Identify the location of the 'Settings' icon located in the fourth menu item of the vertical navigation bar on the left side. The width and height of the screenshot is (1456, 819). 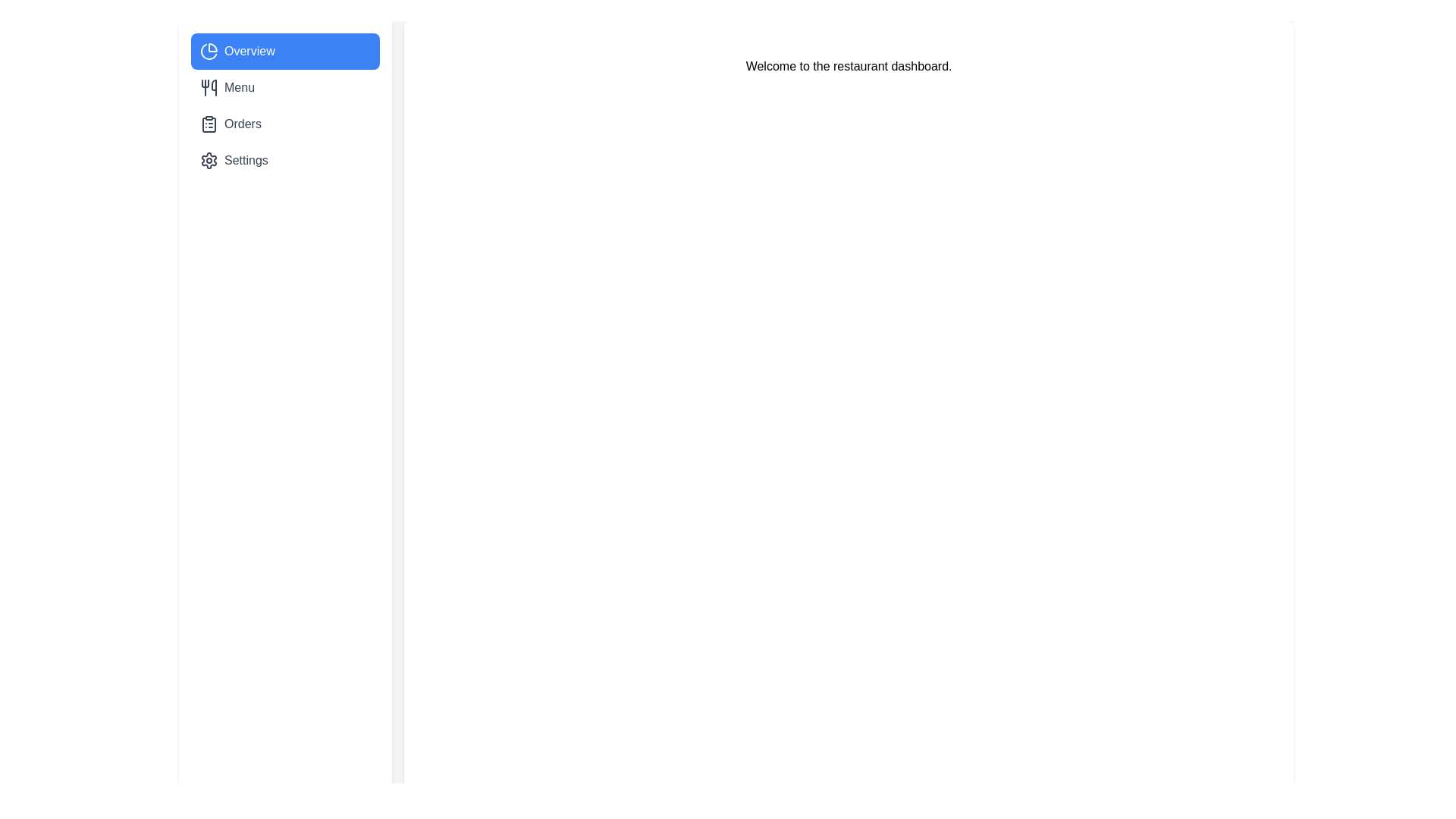
(208, 161).